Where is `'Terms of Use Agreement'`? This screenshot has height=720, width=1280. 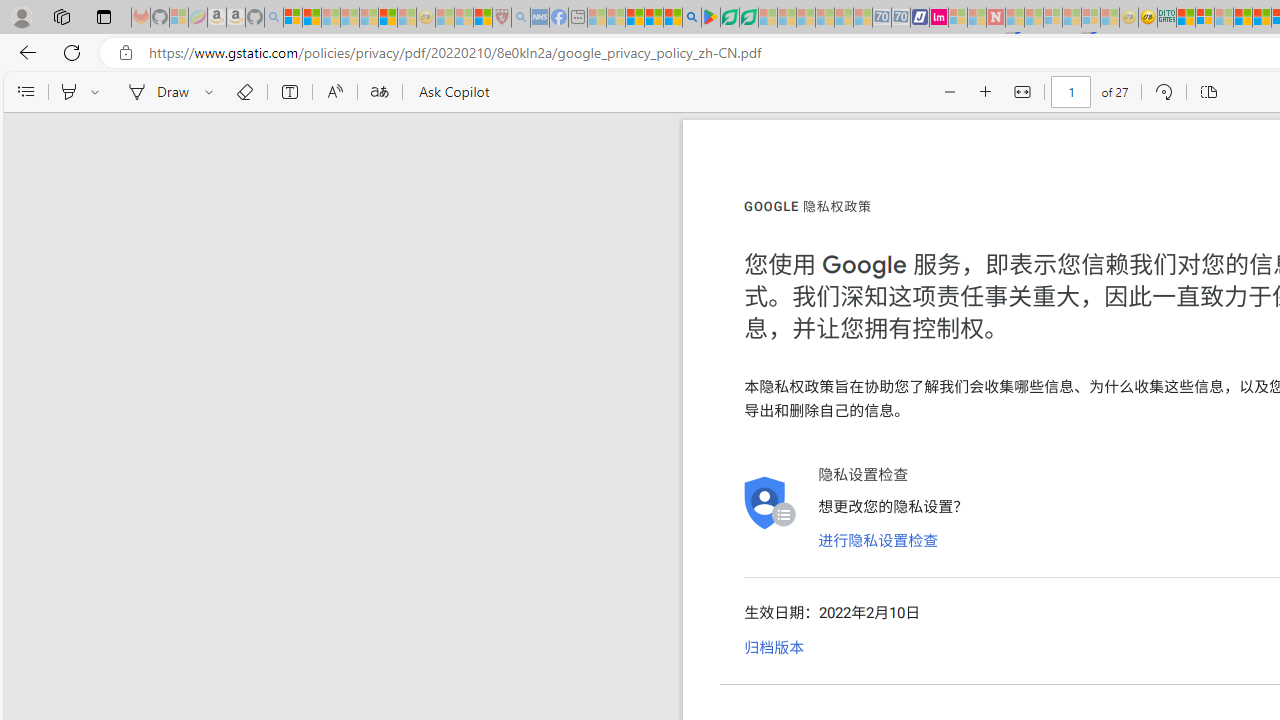
'Terms of Use Agreement' is located at coordinates (728, 17).